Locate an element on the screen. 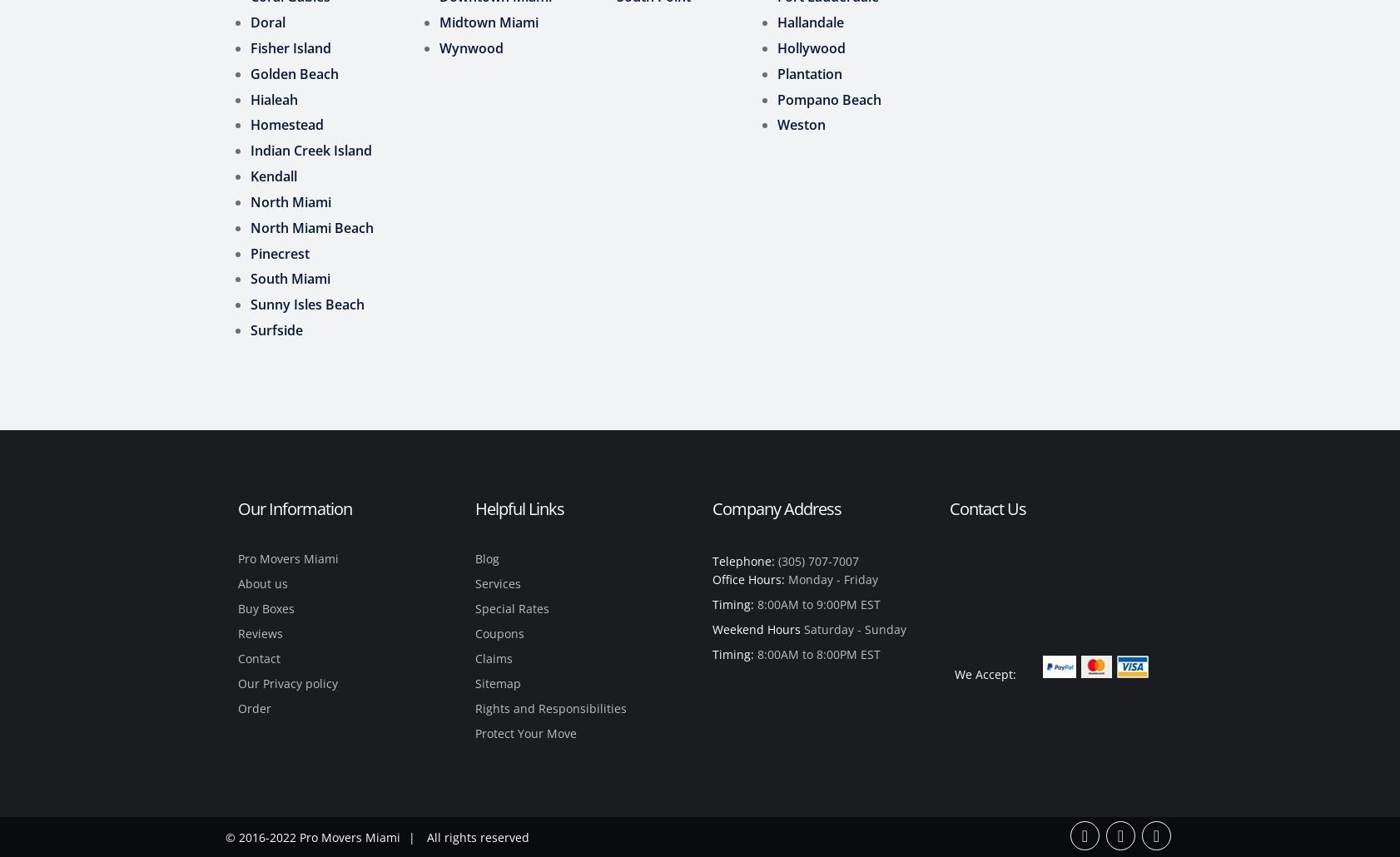 The width and height of the screenshot is (1400, 857). 'Hollywood' is located at coordinates (810, 47).